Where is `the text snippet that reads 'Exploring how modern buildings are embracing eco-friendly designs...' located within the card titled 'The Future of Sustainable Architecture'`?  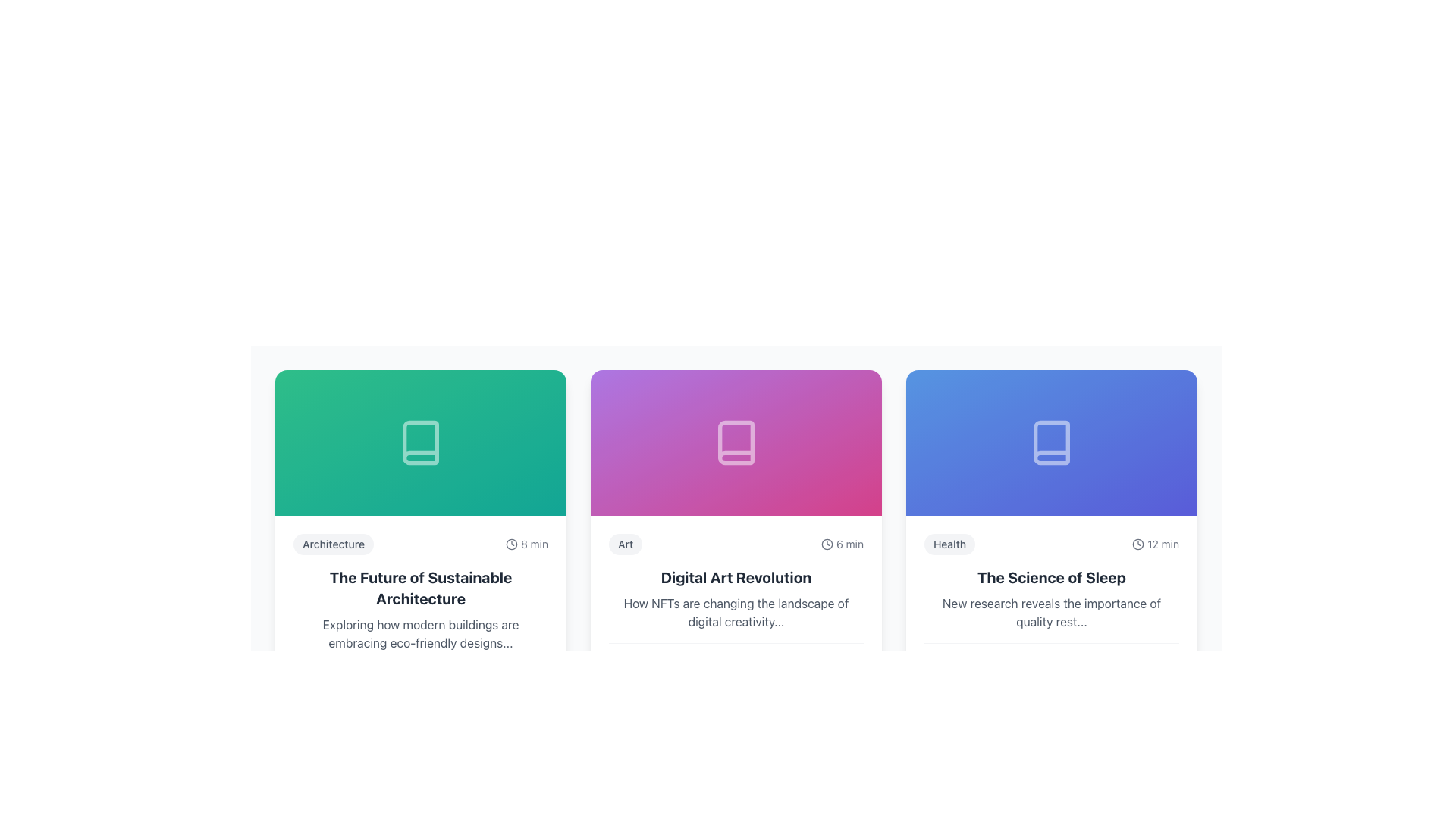 the text snippet that reads 'Exploring how modern buildings are embracing eco-friendly designs...' located within the card titled 'The Future of Sustainable Architecture' is located at coordinates (421, 634).